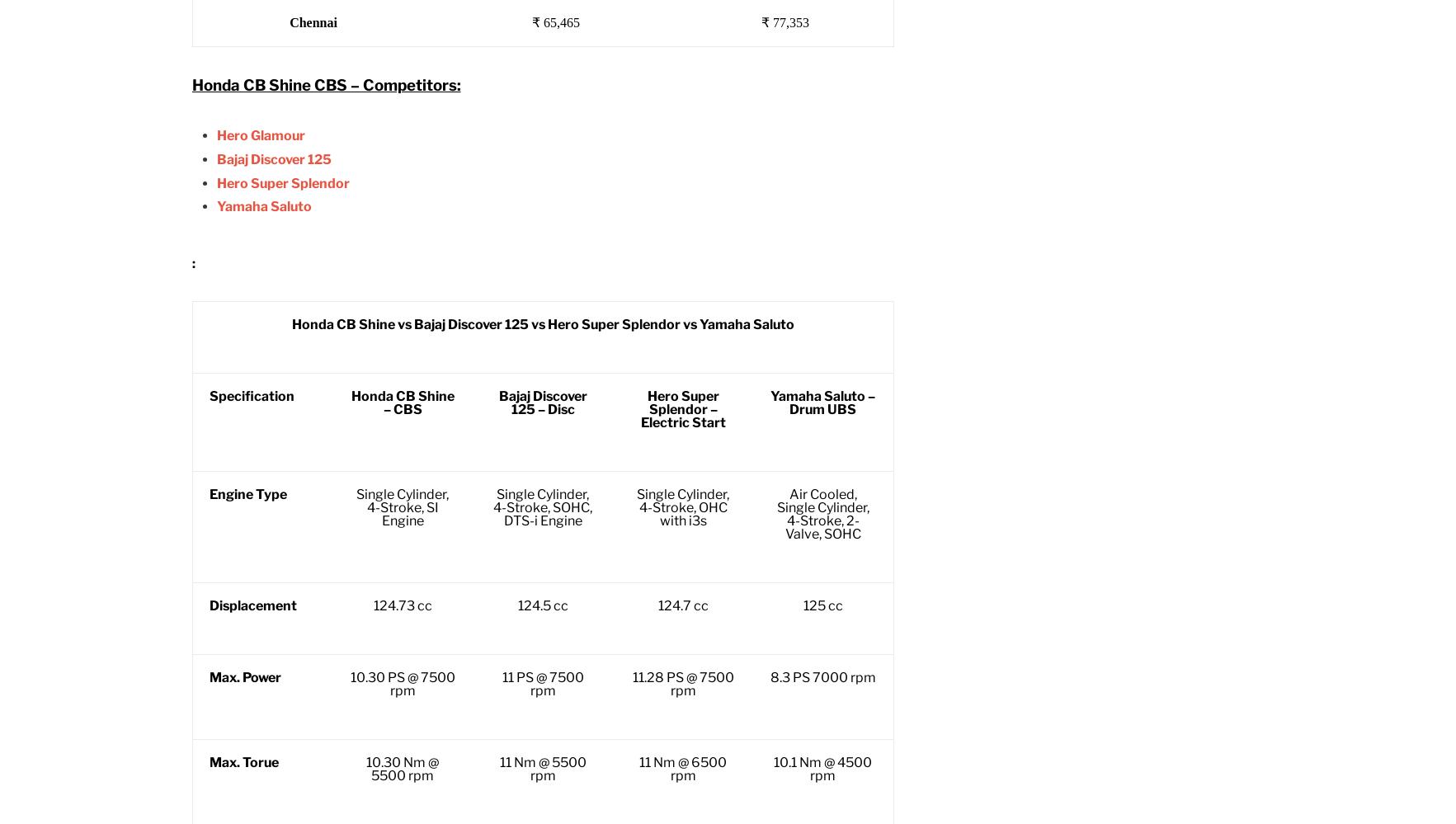  What do you see at coordinates (636, 506) in the screenshot?
I see `'Single Cylinder, 4-Stroke, OHC with i3s'` at bounding box center [636, 506].